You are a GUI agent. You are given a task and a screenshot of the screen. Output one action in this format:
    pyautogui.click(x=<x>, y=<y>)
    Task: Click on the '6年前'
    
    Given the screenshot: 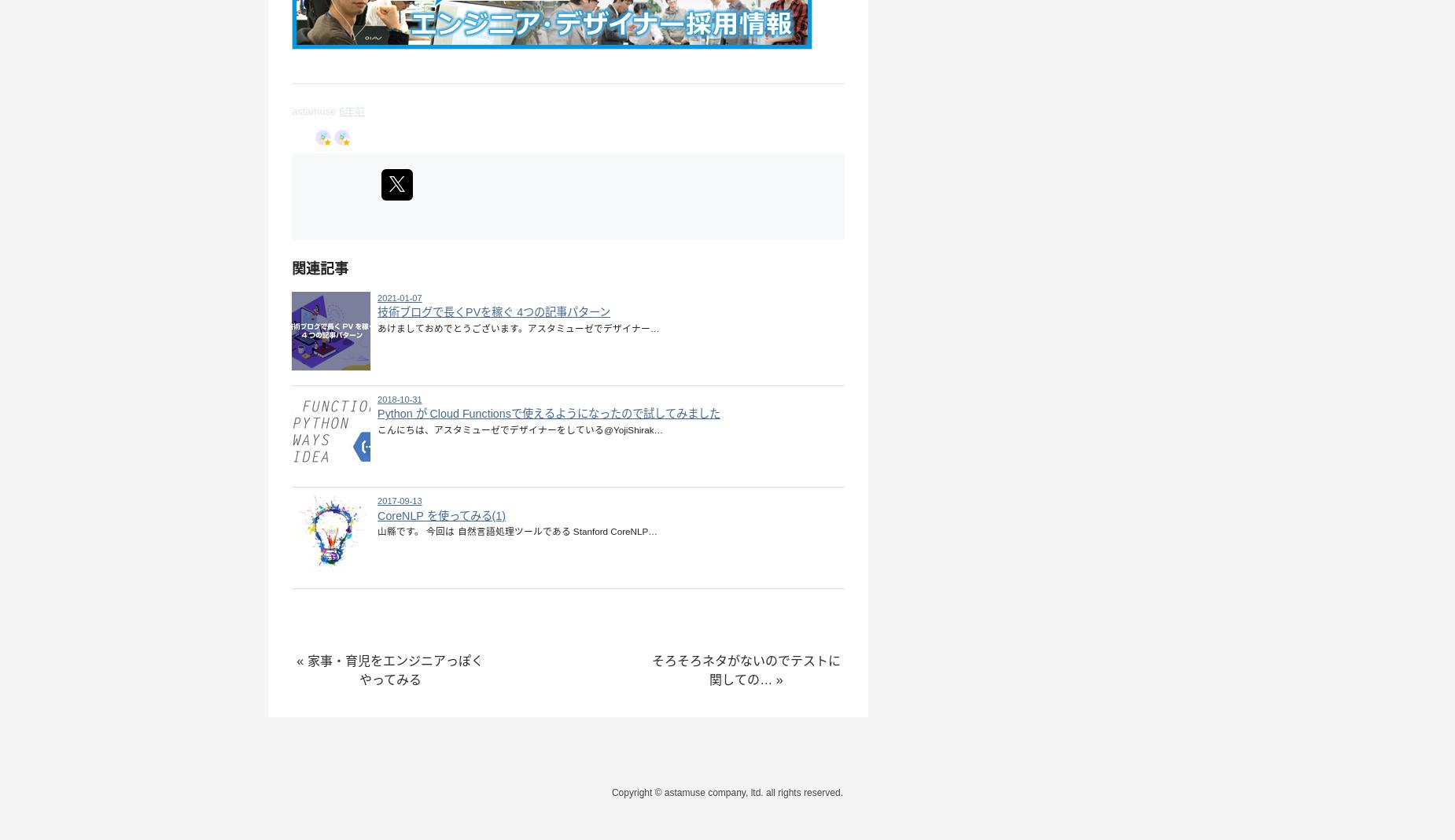 What is the action you would take?
    pyautogui.click(x=351, y=110)
    